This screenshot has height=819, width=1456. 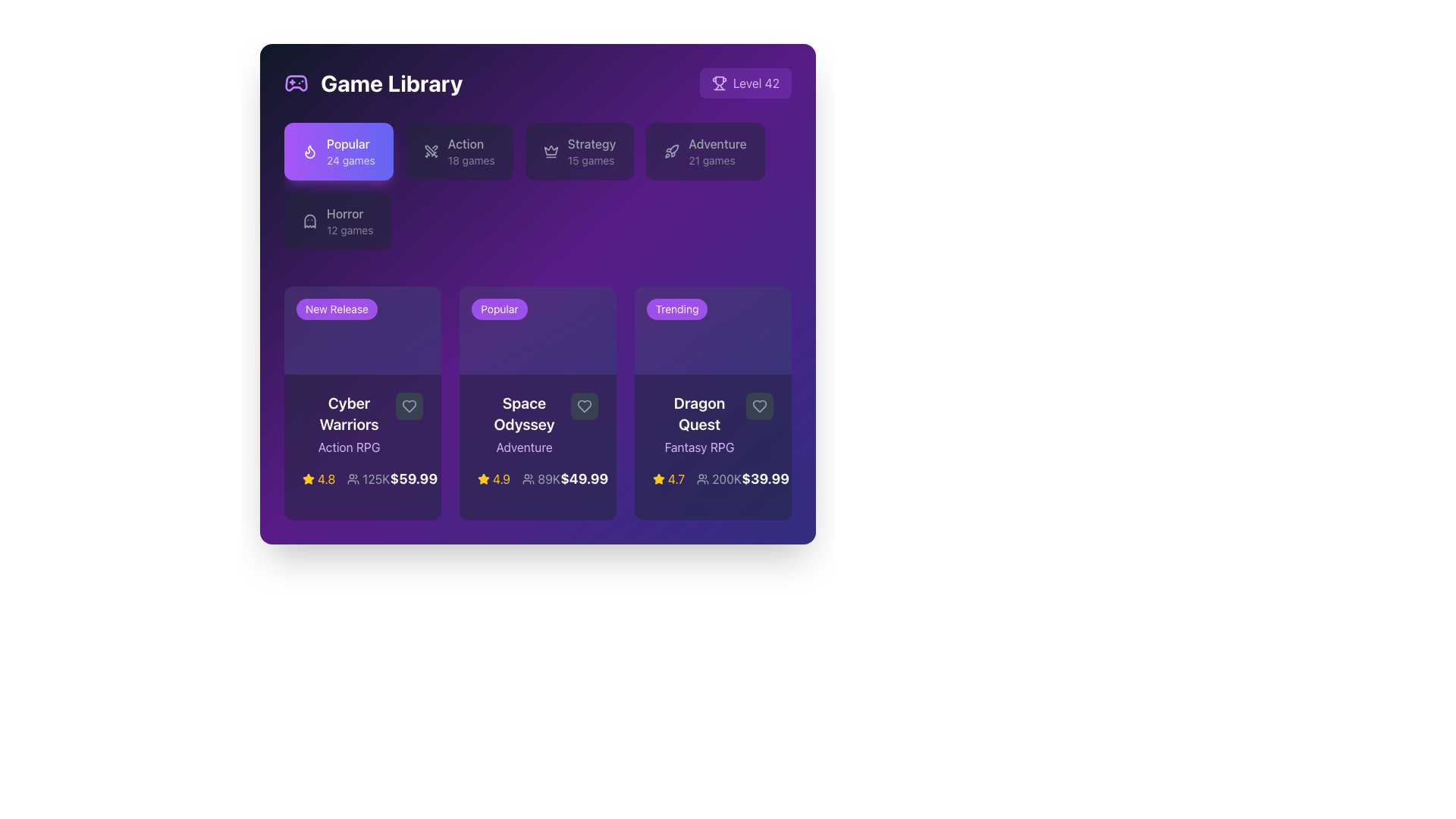 I want to click on the heart icon button, which is styled as an outlined graphic on a dark grey-blue background in the top-right section of the 'Cyber Warriors' game card, so click(x=409, y=406).